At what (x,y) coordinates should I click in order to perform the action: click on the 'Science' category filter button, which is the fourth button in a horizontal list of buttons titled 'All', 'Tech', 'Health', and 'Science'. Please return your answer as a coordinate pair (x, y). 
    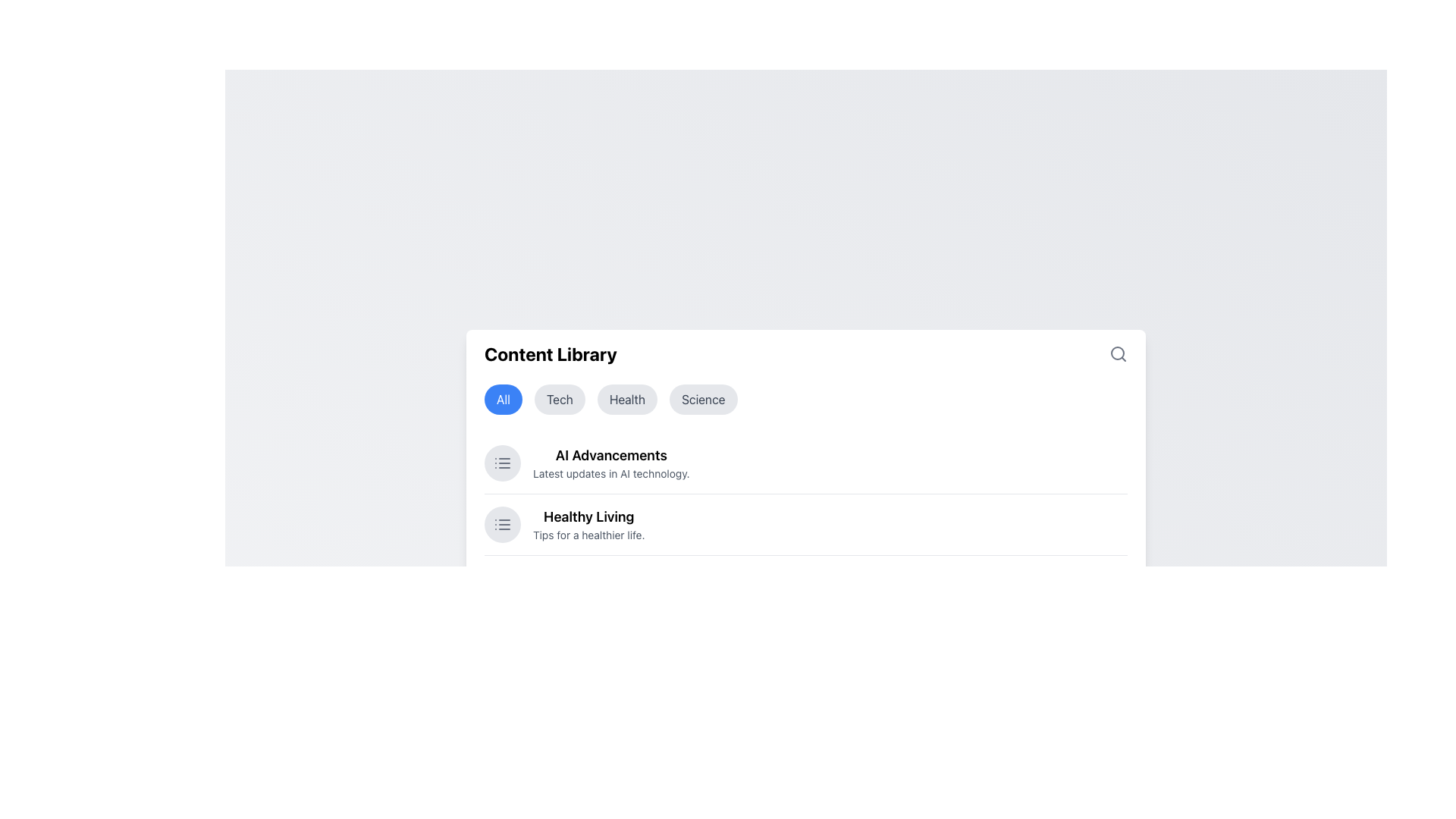
    Looking at the image, I should click on (702, 399).